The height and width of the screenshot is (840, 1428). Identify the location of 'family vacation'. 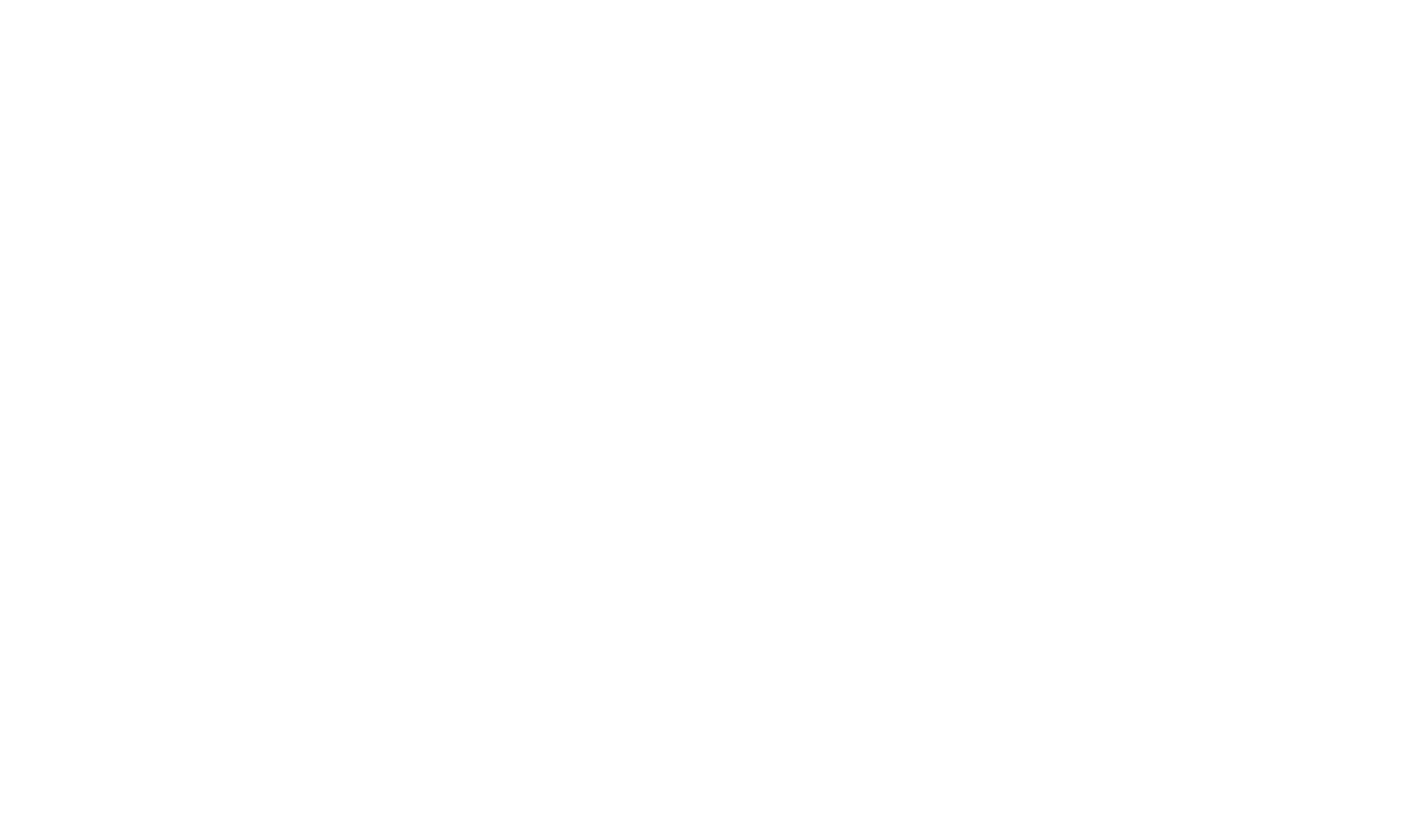
(728, 646).